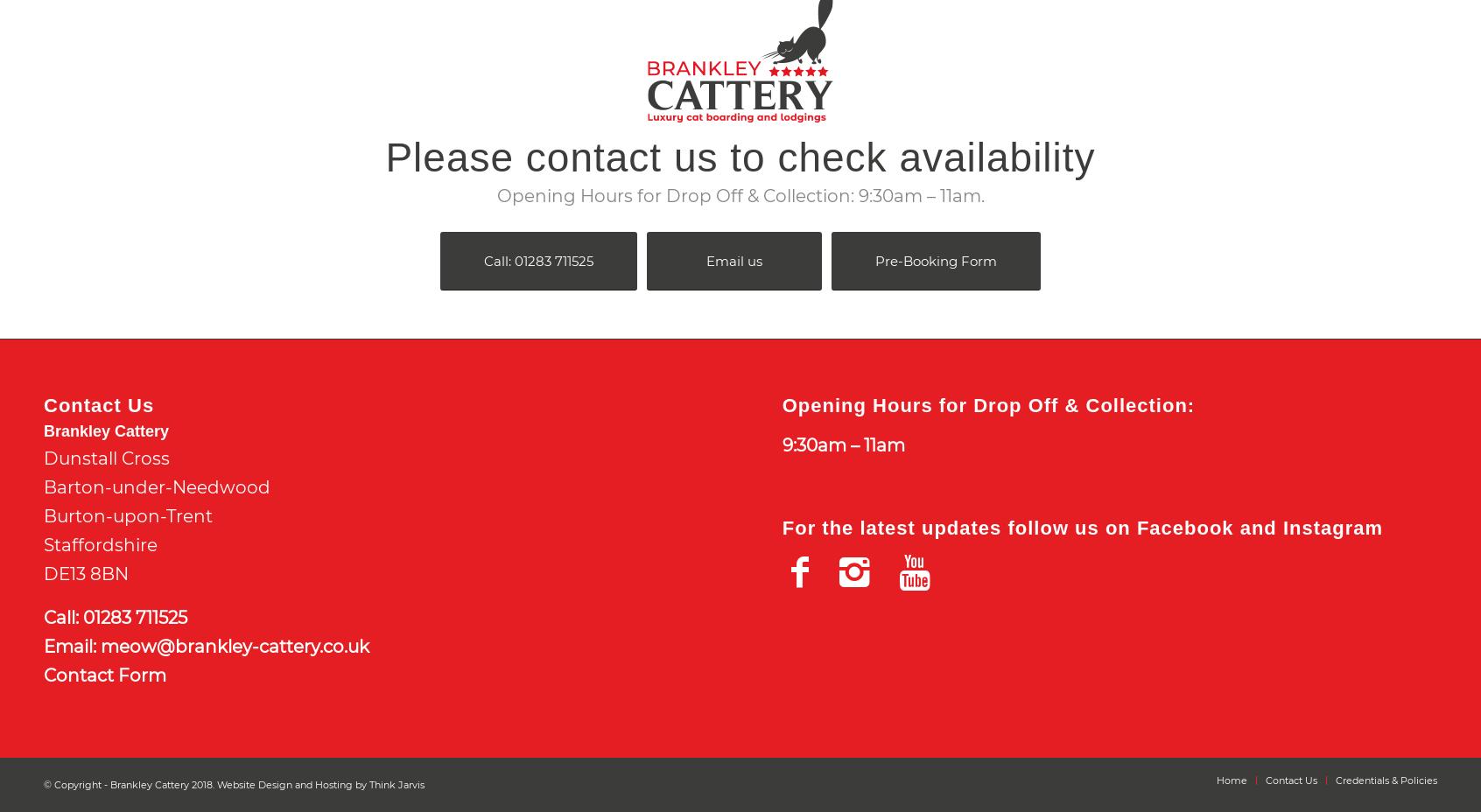 The image size is (1481, 812). Describe the element at coordinates (63, 616) in the screenshot. I see `'Call:'` at that location.